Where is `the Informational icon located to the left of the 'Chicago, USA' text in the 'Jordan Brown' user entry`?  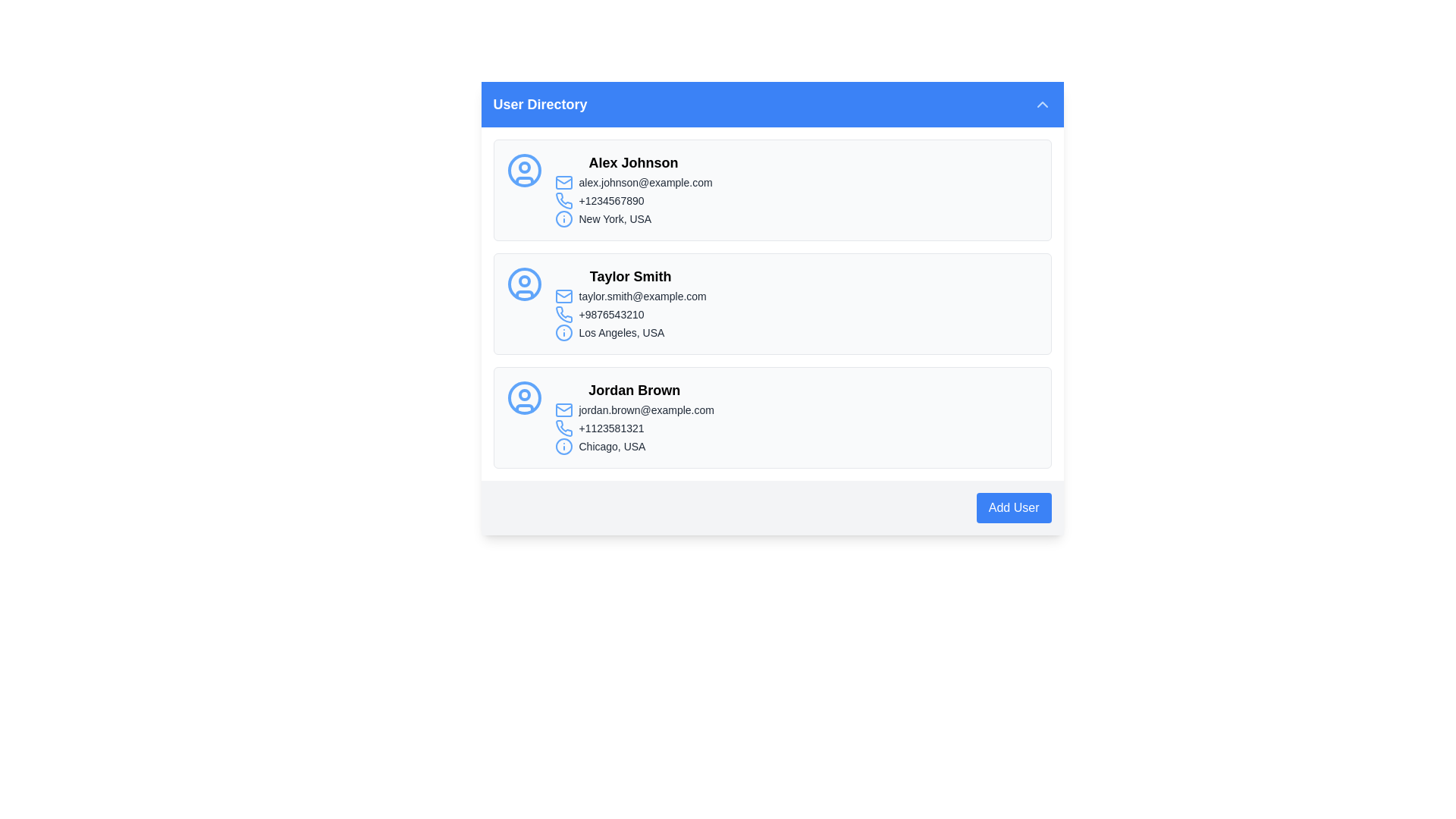
the Informational icon located to the left of the 'Chicago, USA' text in the 'Jordan Brown' user entry is located at coordinates (563, 446).